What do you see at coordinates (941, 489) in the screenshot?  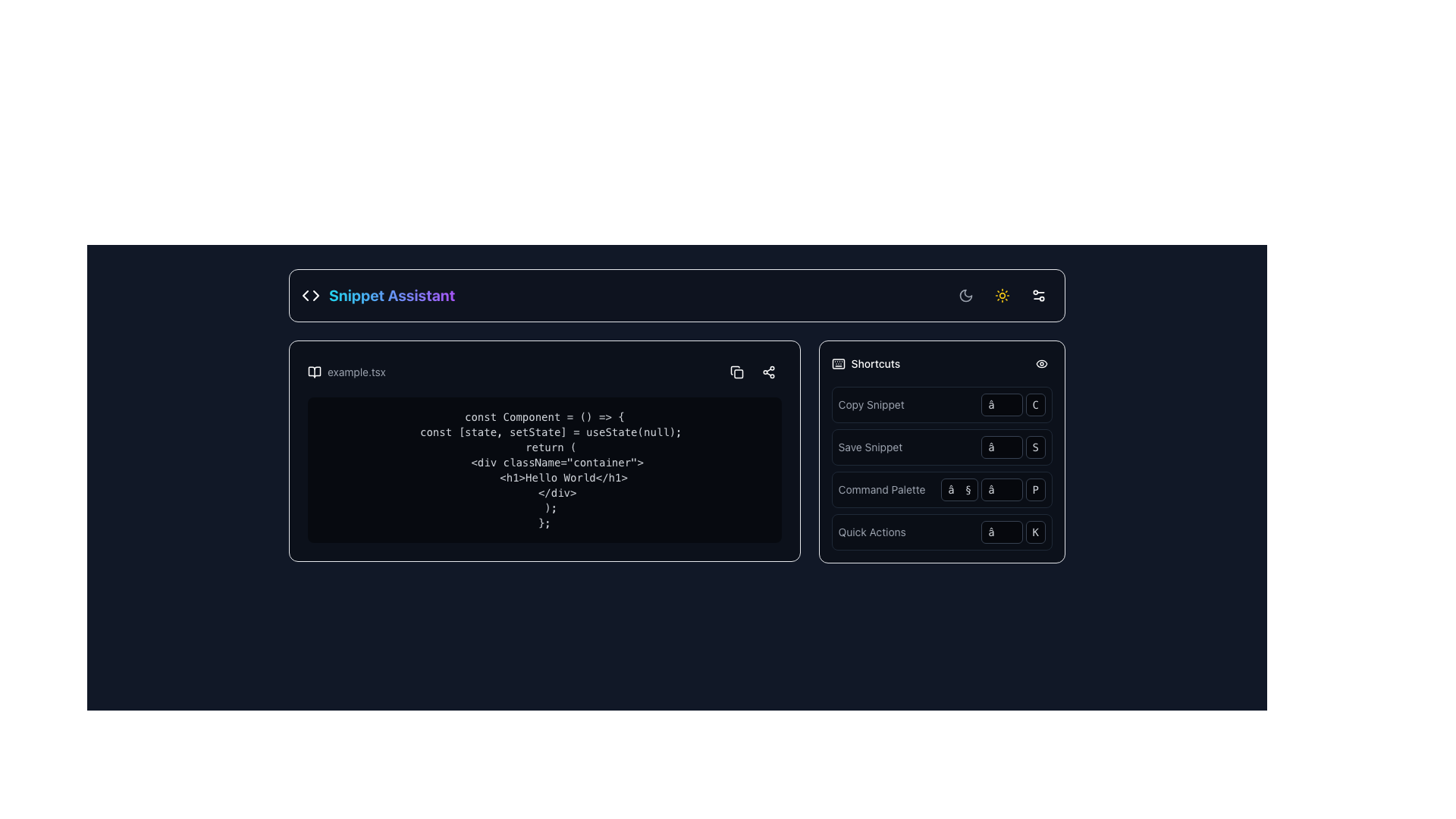 I see `the interactive button for the 'Command Palette', which is the third item in the vertical list of shortcut buttons on the right side of the interface, located between 'Save Snippet' and 'Quick Actions'` at bounding box center [941, 489].